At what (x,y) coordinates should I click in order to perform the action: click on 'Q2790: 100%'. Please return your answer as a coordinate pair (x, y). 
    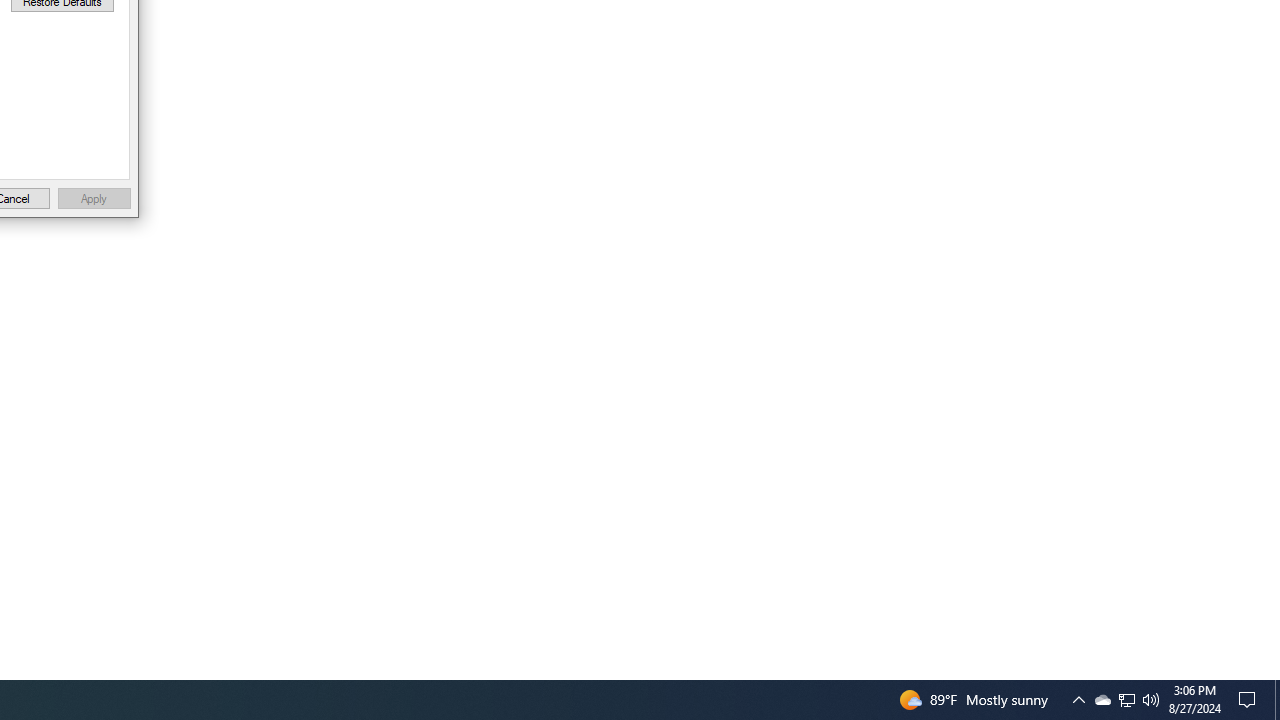
    Looking at the image, I should click on (1151, 698).